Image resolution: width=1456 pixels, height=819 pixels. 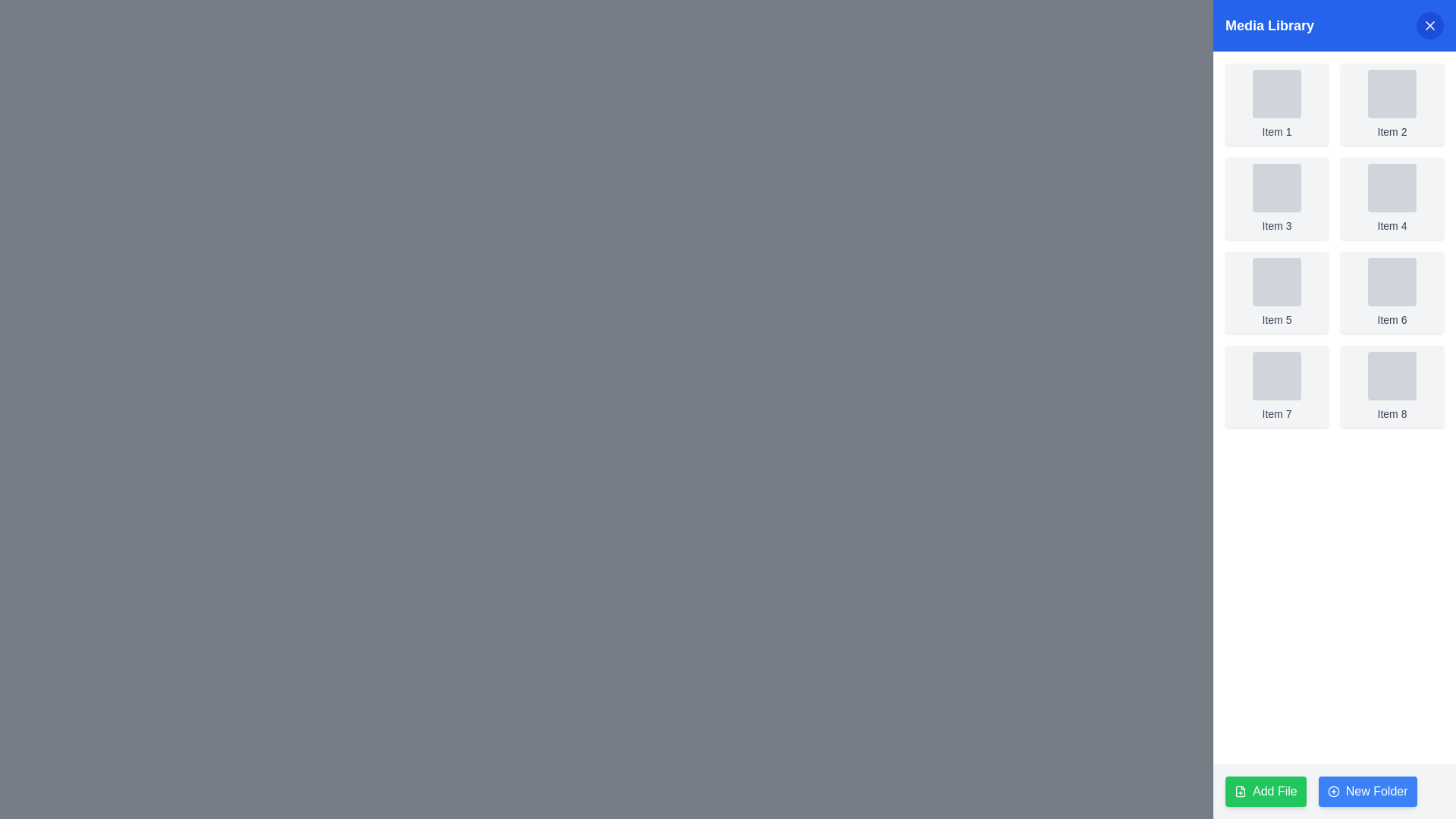 I want to click on displayed text from the Text label located at the bottom of the first column in the Media Library section, which provides a description for the associated media item, so click(x=1276, y=130).